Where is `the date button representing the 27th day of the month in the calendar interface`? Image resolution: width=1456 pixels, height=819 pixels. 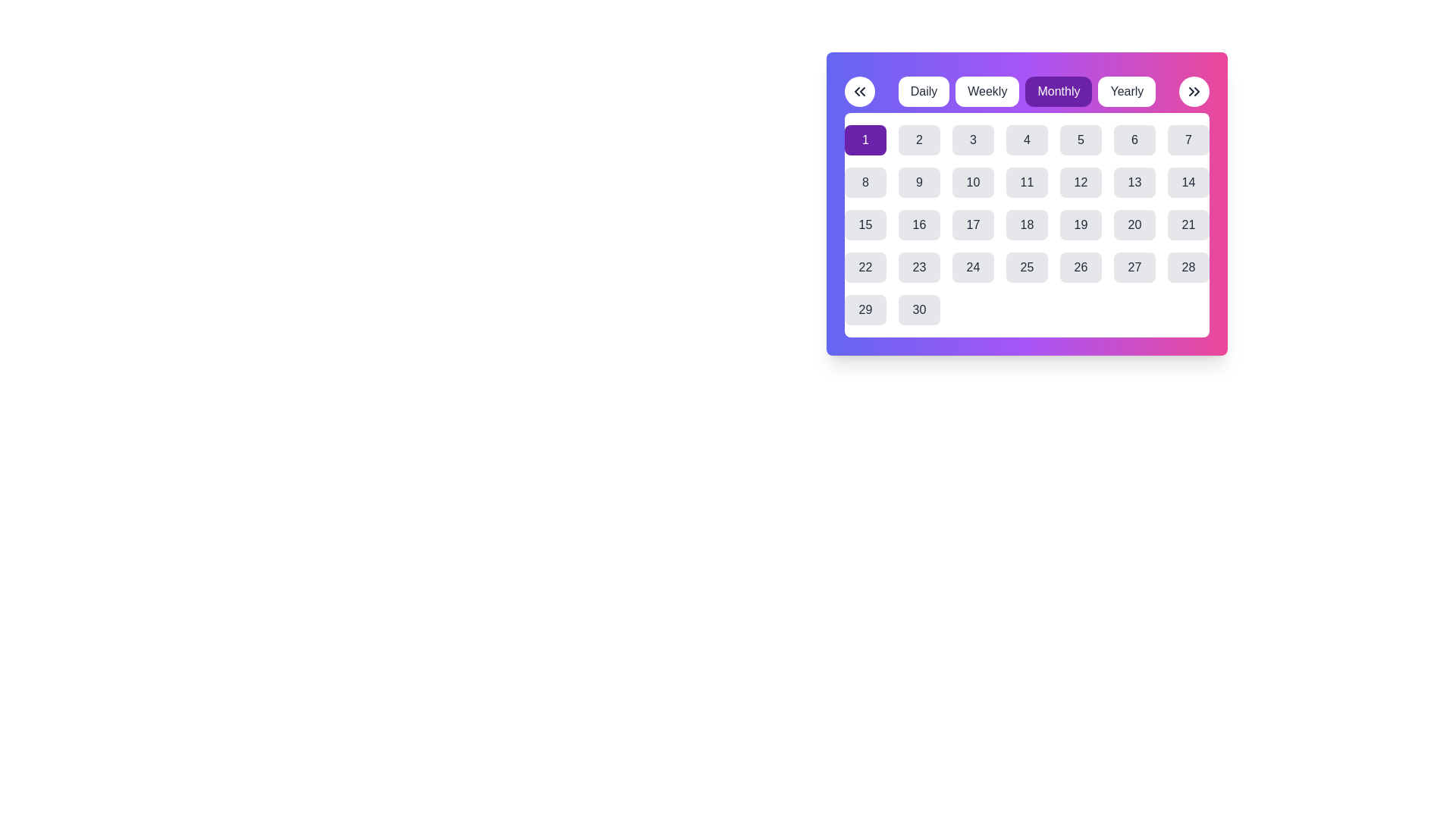
the date button representing the 27th day of the month in the calendar interface is located at coordinates (1134, 267).